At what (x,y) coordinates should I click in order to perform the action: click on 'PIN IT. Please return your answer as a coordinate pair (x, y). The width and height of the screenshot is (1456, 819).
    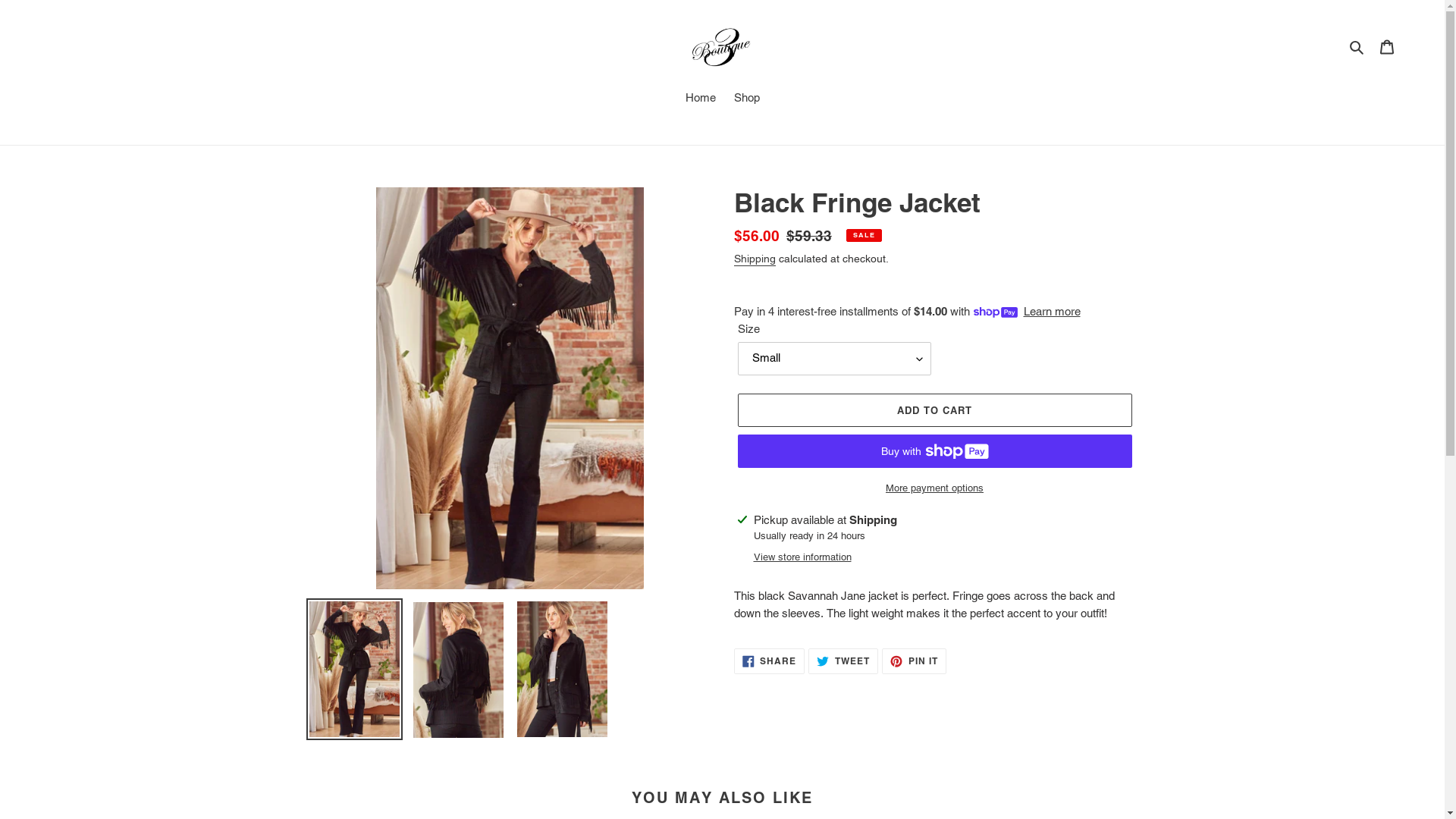
    Looking at the image, I should click on (913, 660).